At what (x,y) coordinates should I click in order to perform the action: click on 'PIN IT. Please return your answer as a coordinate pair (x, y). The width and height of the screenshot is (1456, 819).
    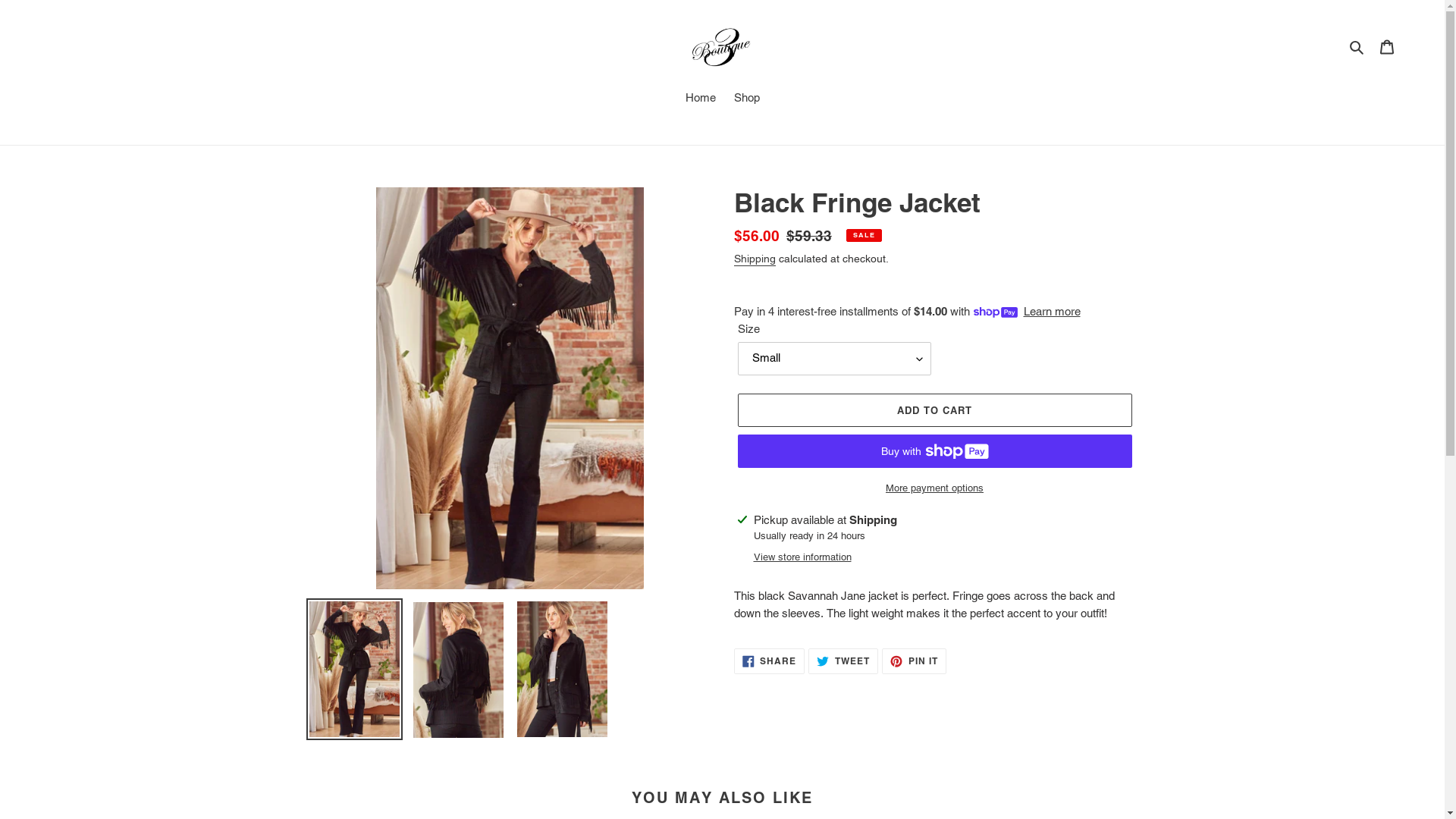
    Looking at the image, I should click on (913, 660).